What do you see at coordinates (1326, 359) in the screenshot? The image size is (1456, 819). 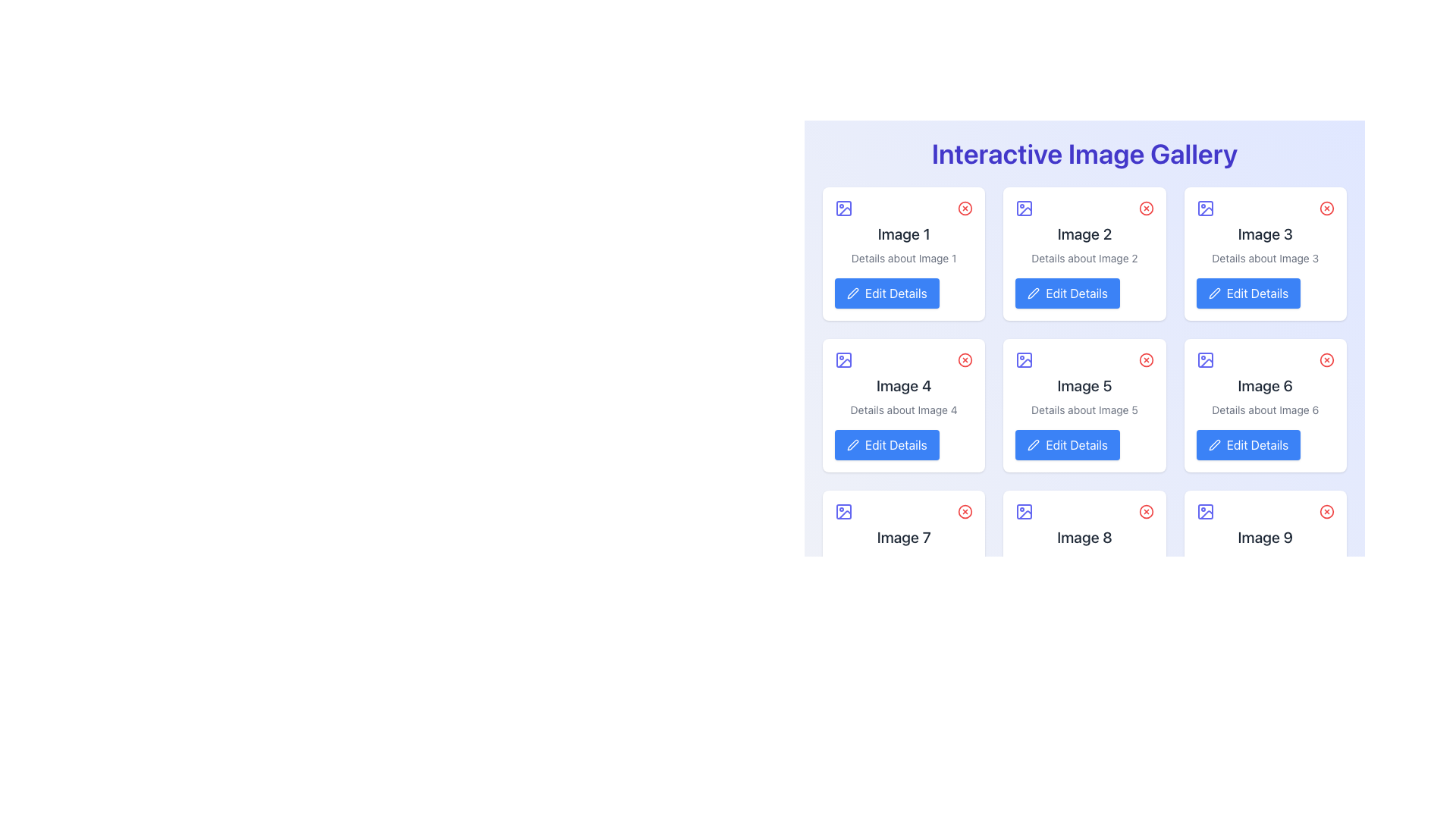 I see `the close or delete button located in the top-right corner of the grid cell labeled 'Image 6'` at bounding box center [1326, 359].